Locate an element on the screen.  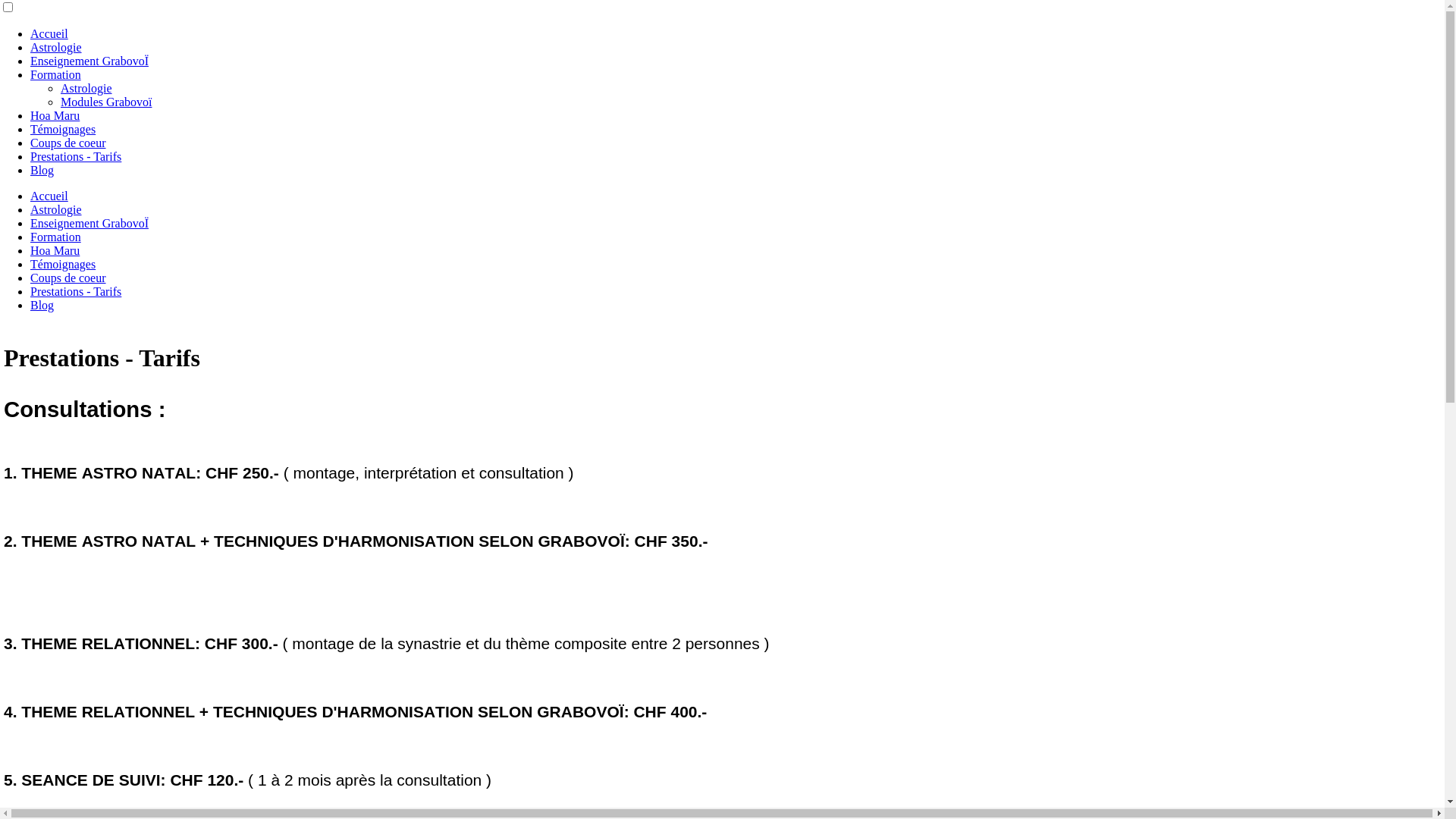
'Hoa Maru' is located at coordinates (55, 249).